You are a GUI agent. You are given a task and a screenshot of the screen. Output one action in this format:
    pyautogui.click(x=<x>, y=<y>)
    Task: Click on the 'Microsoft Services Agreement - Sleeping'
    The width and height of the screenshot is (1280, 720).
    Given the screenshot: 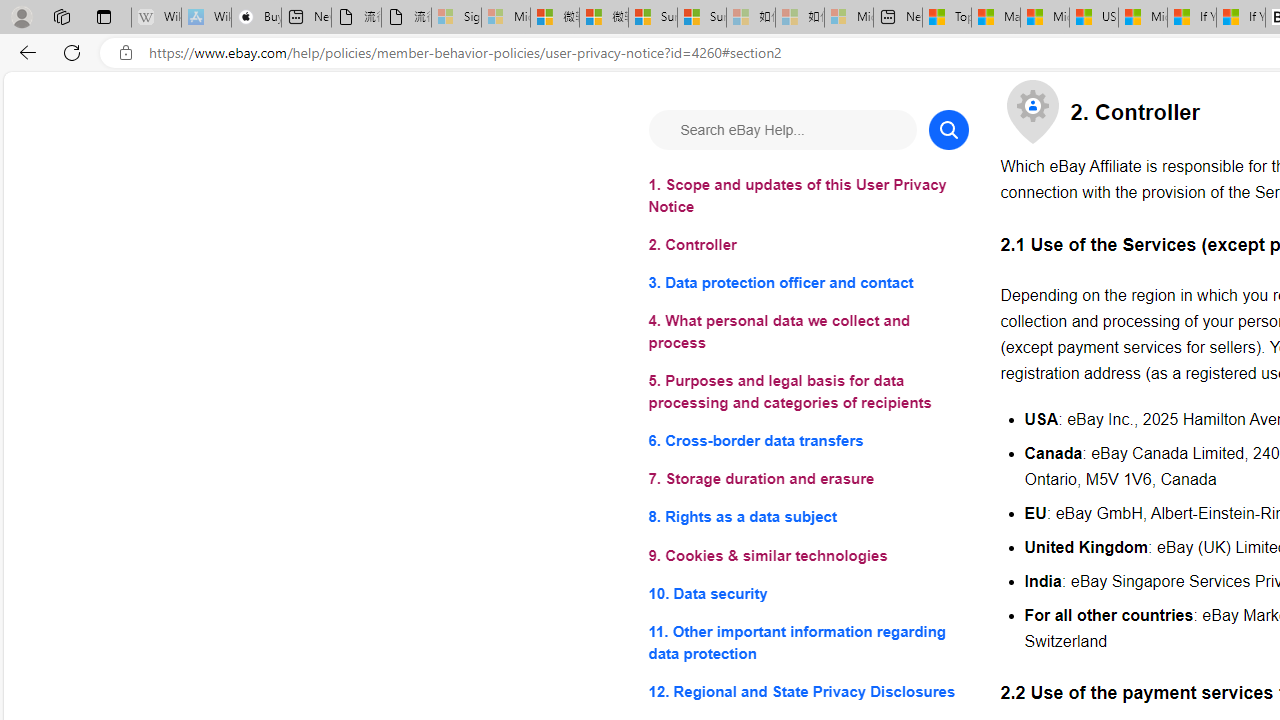 What is the action you would take?
    pyautogui.click(x=506, y=17)
    